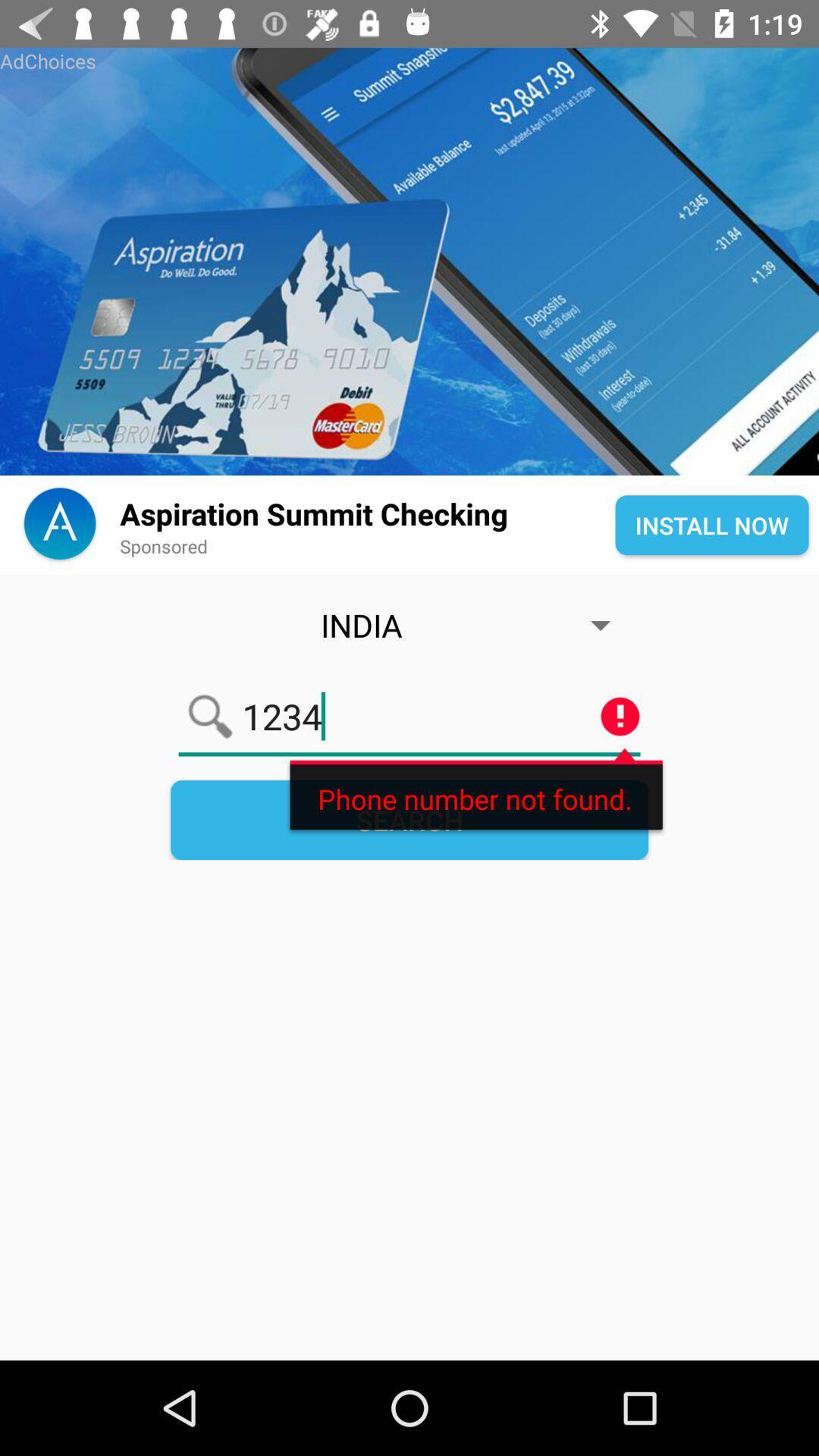 Image resolution: width=819 pixels, height=1456 pixels. I want to click on the font icon, so click(59, 525).